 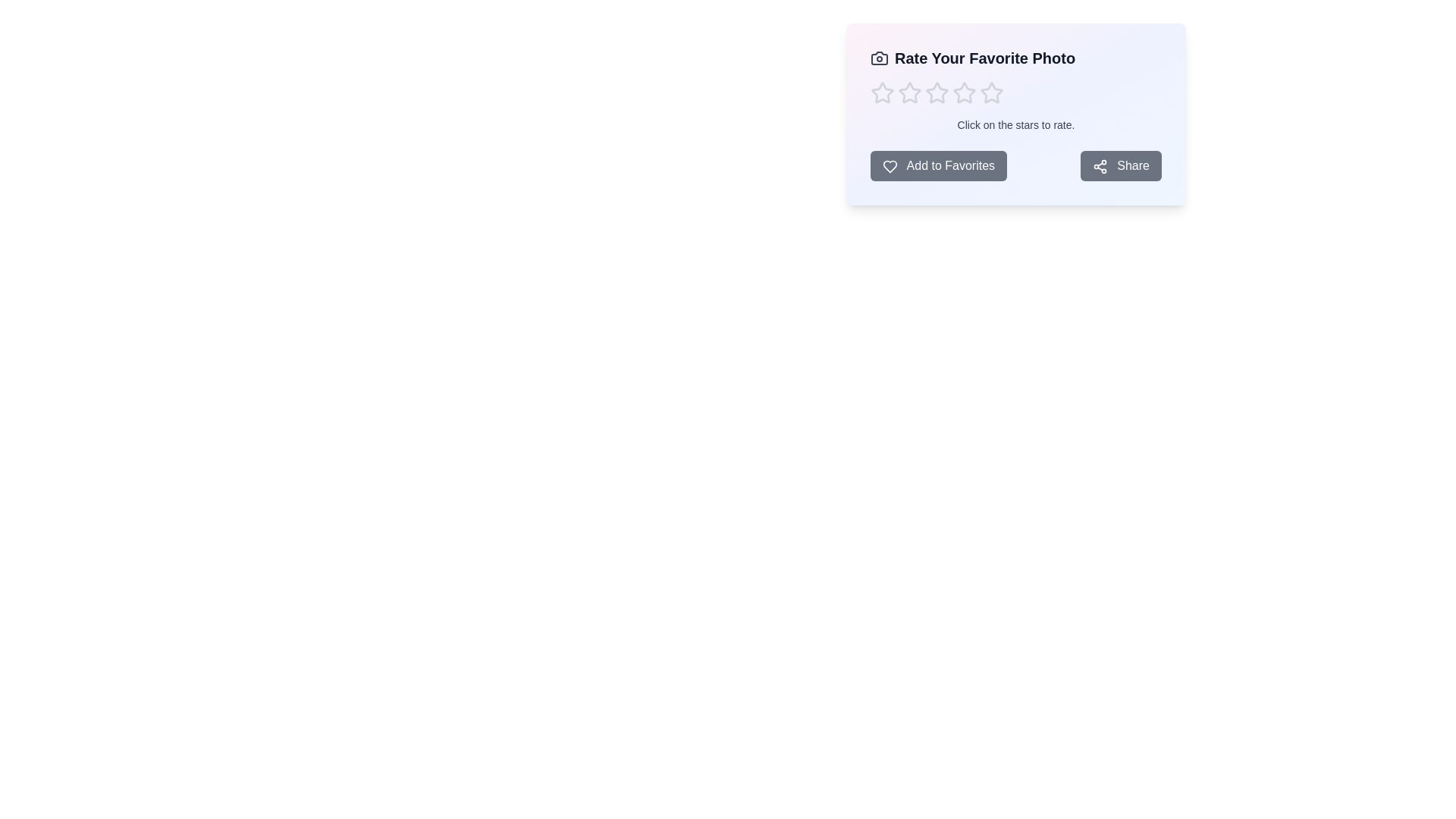 I want to click on the heart-shaped icon representing the 'Add to Favorites' button, located near the bottom-left corner of the modal, so click(x=890, y=166).